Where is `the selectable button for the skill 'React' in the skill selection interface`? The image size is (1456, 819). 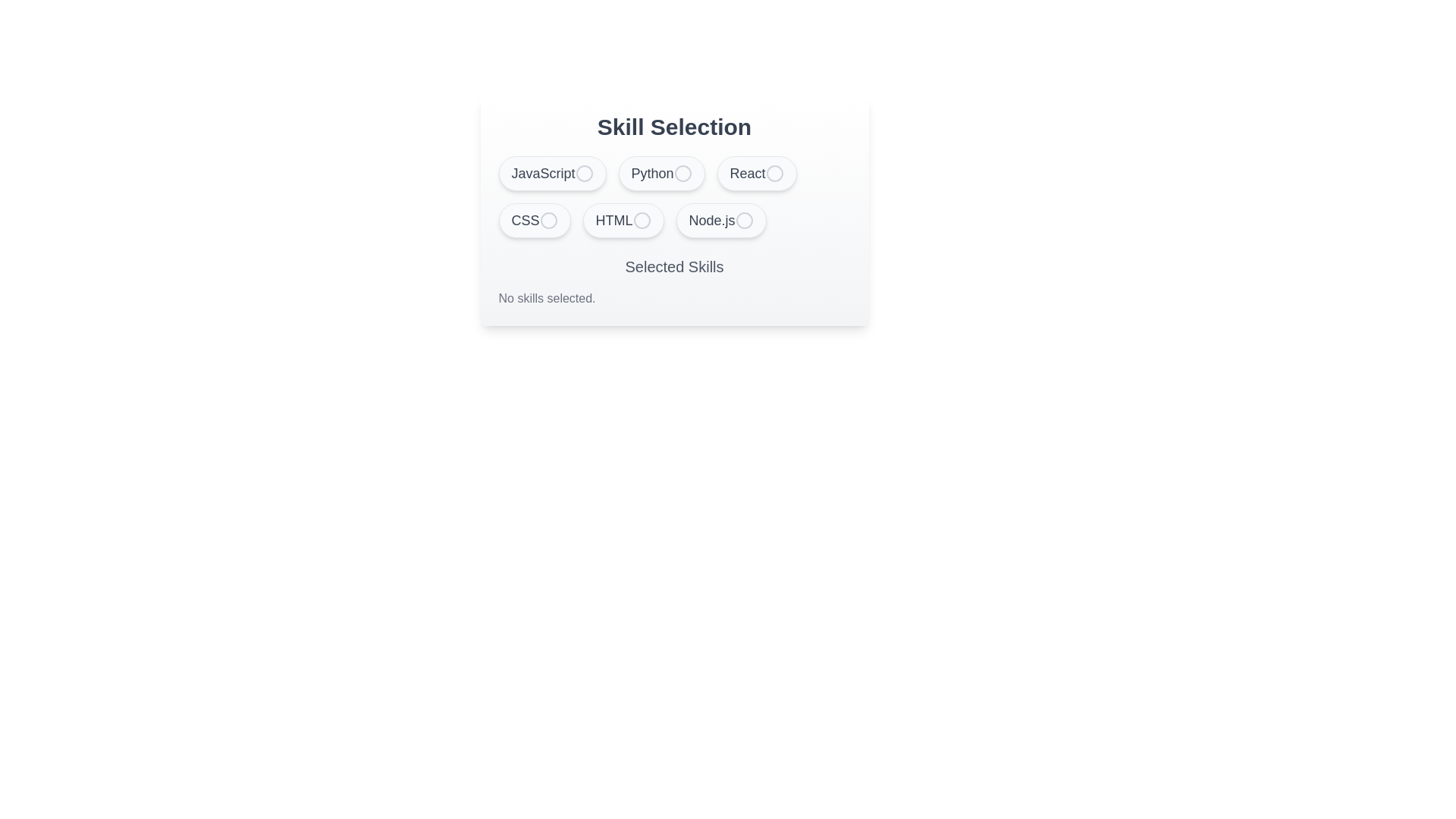
the selectable button for the skill 'React' in the skill selection interface is located at coordinates (757, 172).